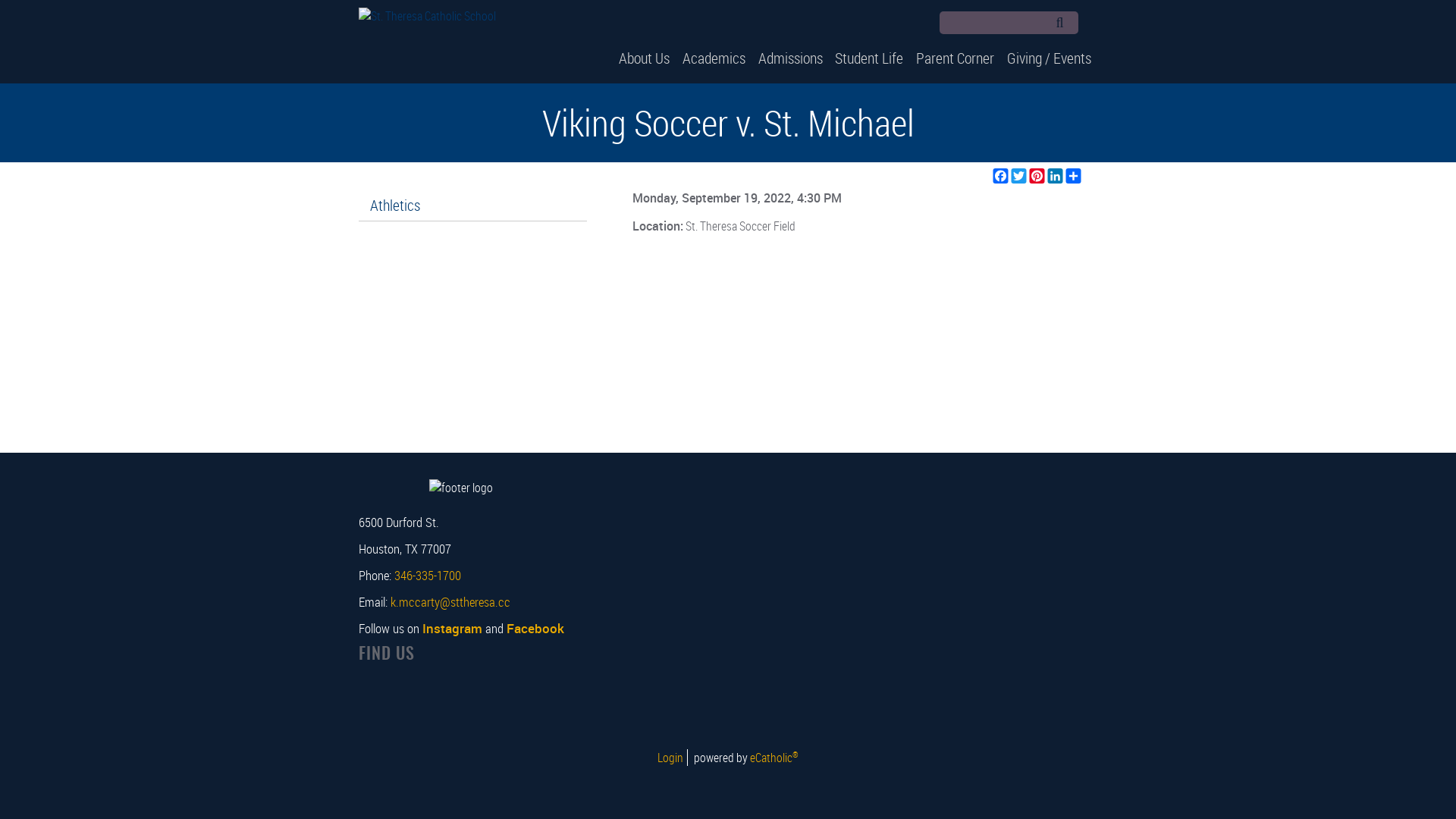  What do you see at coordinates (449, 601) in the screenshot?
I see `'k.mccarty@sttheresa.cc'` at bounding box center [449, 601].